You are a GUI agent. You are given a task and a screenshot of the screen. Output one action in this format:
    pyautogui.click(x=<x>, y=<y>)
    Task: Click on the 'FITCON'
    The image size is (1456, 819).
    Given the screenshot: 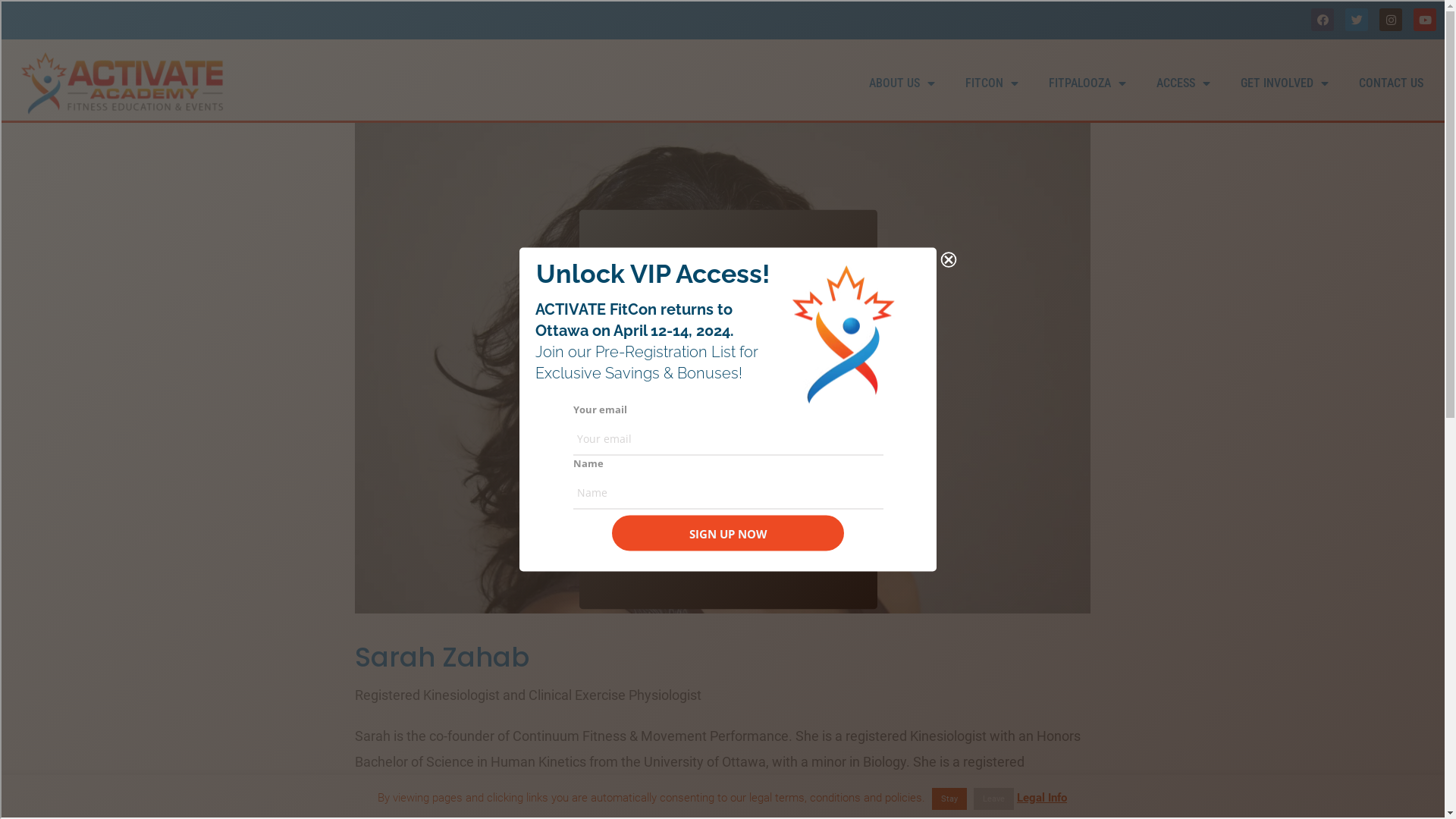 What is the action you would take?
    pyautogui.click(x=991, y=83)
    